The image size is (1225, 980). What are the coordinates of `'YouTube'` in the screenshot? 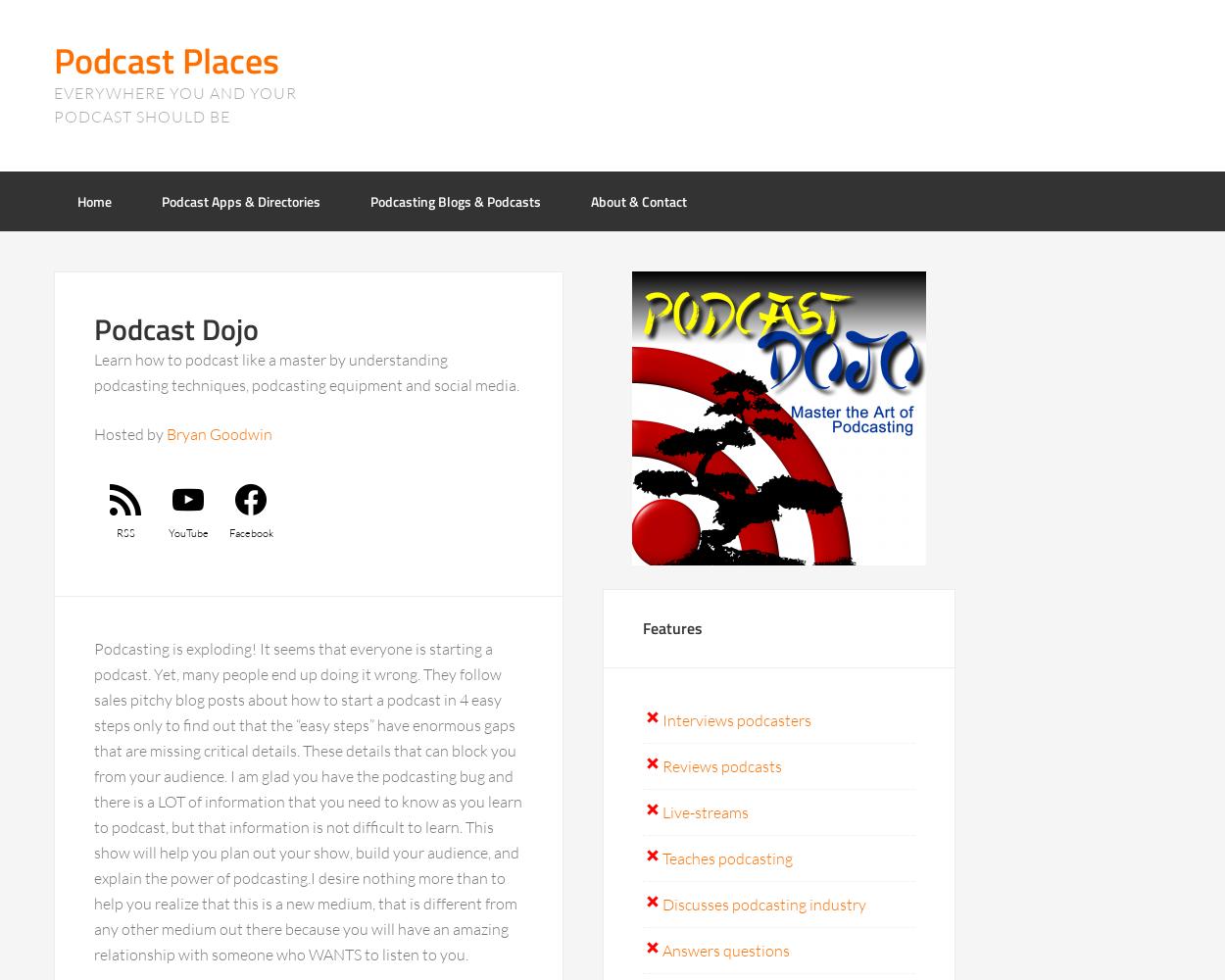 It's located at (186, 533).